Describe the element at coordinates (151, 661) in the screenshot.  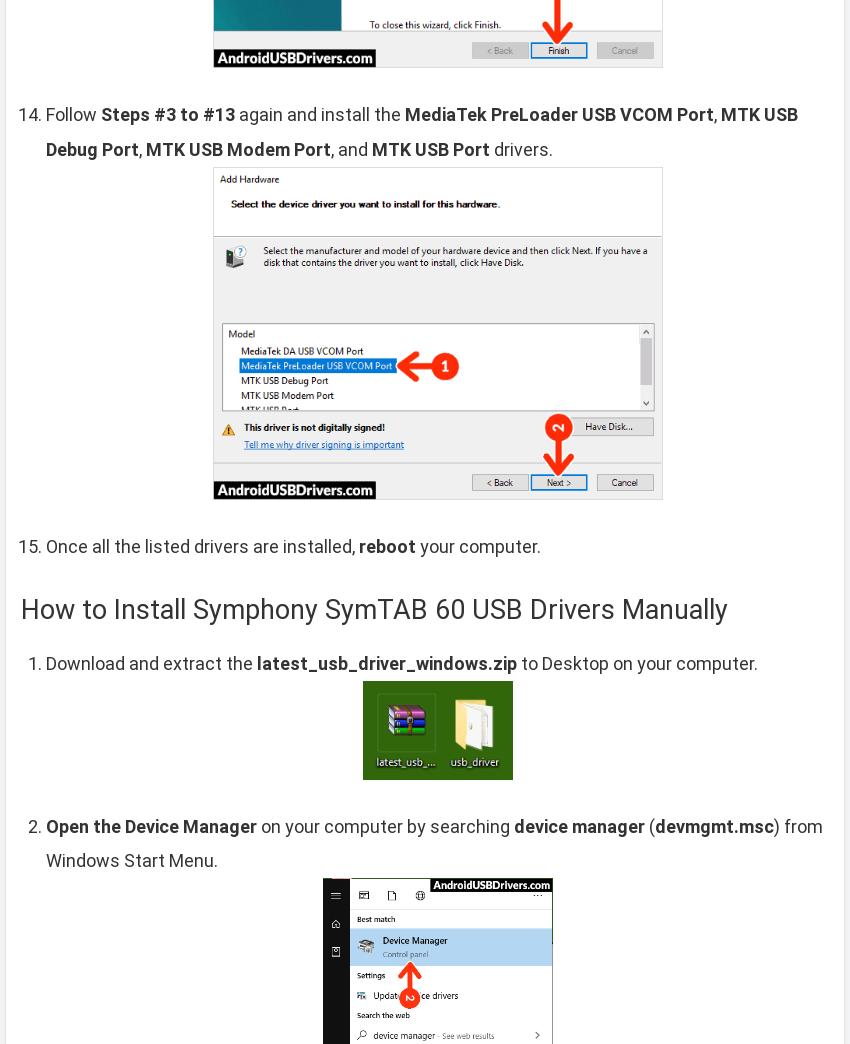
I see `'Download and extract the'` at that location.